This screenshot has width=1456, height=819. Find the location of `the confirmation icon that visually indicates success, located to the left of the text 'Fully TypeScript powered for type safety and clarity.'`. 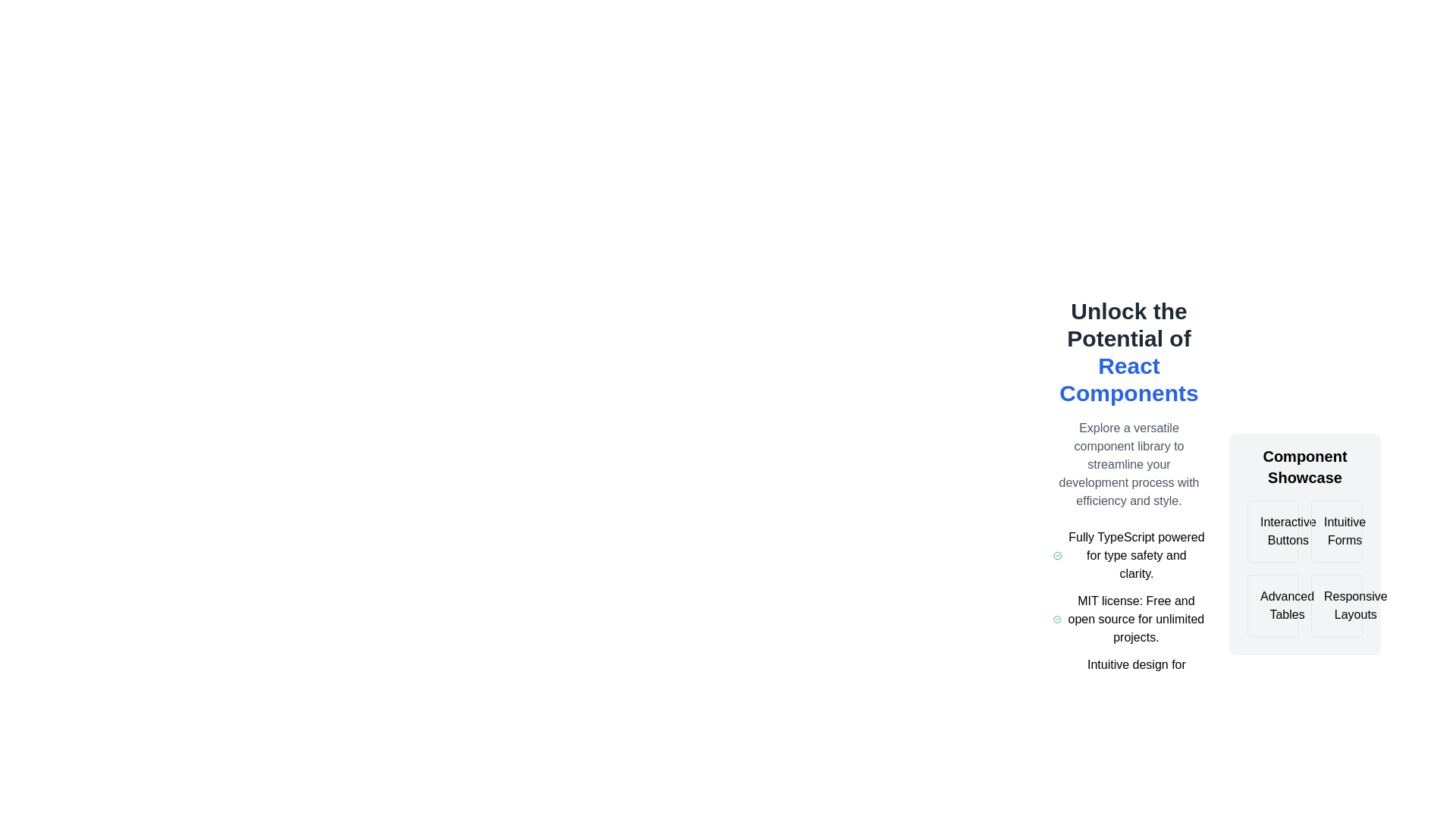

the confirmation icon that visually indicates success, located to the left of the text 'Fully TypeScript powered for type safety and clarity.' is located at coordinates (1056, 555).